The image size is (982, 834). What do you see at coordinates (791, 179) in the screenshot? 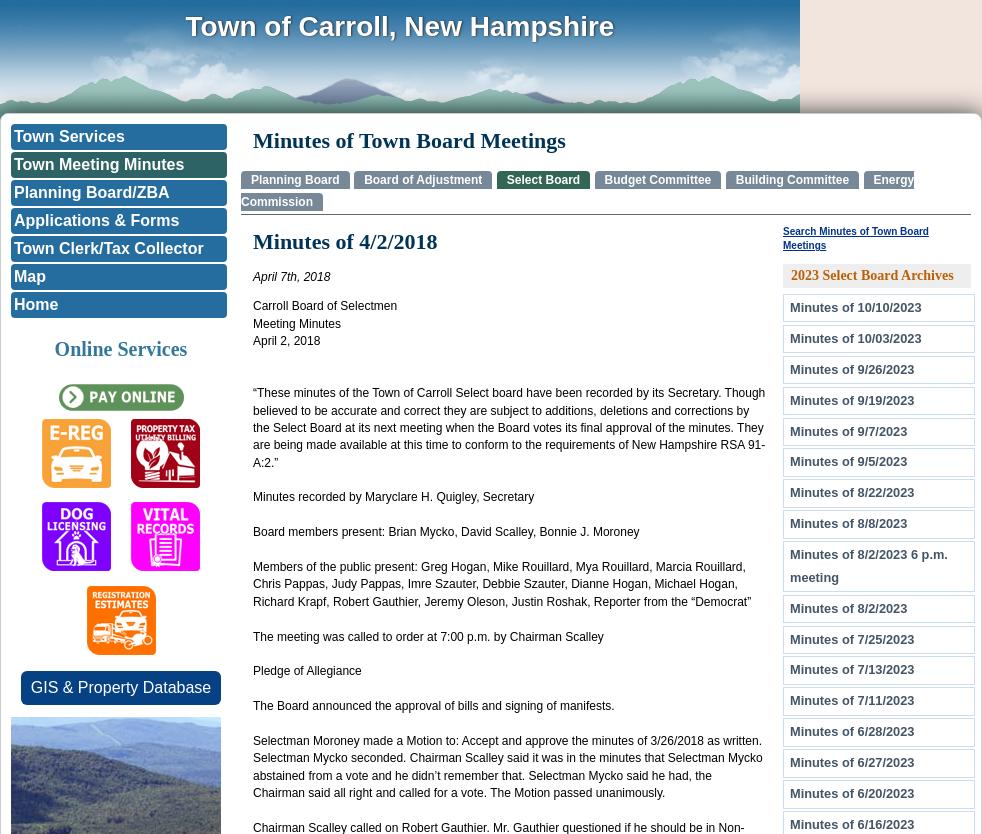
I see `'Building Committee'` at bounding box center [791, 179].